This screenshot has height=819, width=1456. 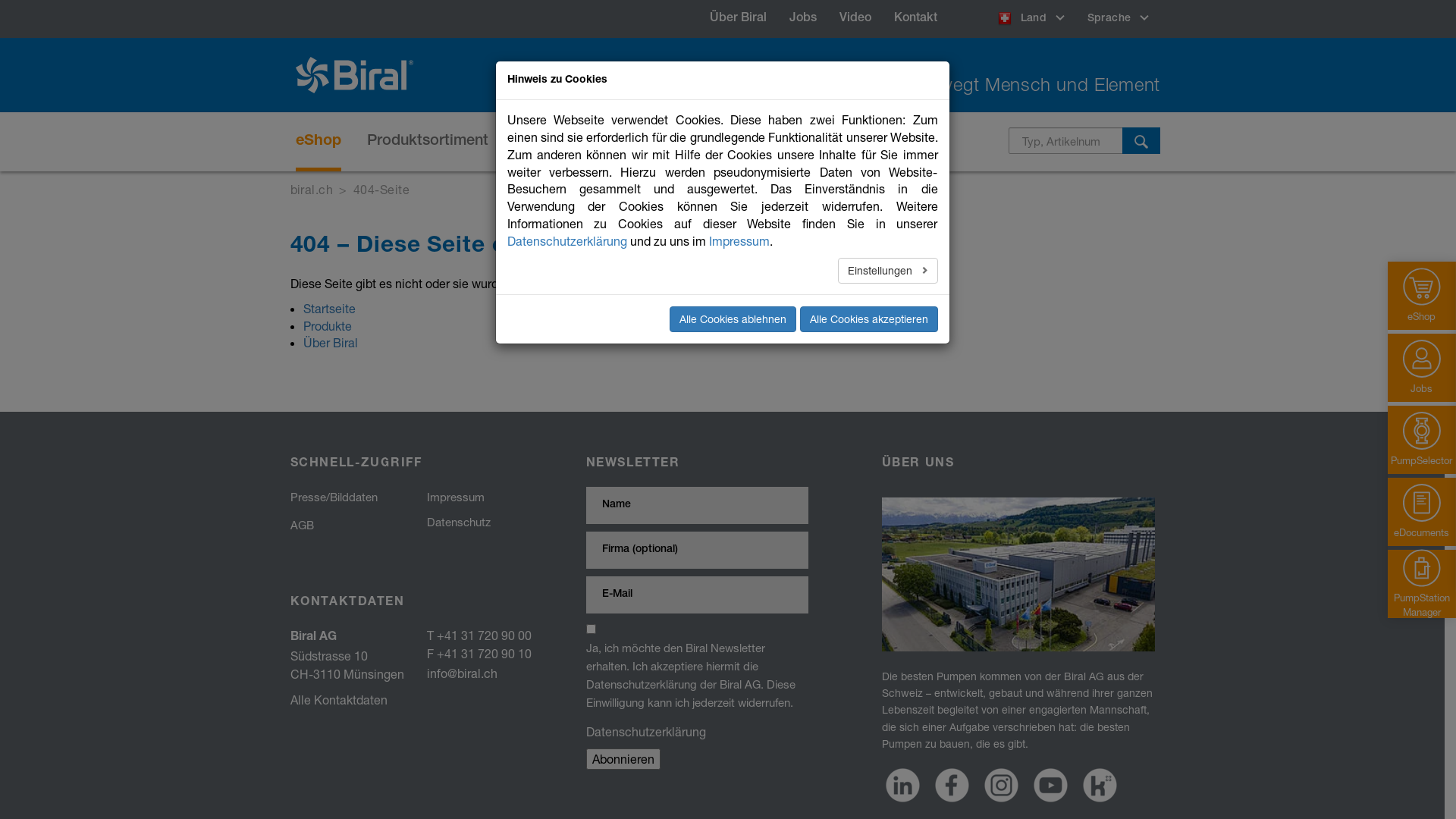 What do you see at coordinates (359, 75) in the screenshot?
I see `'Biral'` at bounding box center [359, 75].